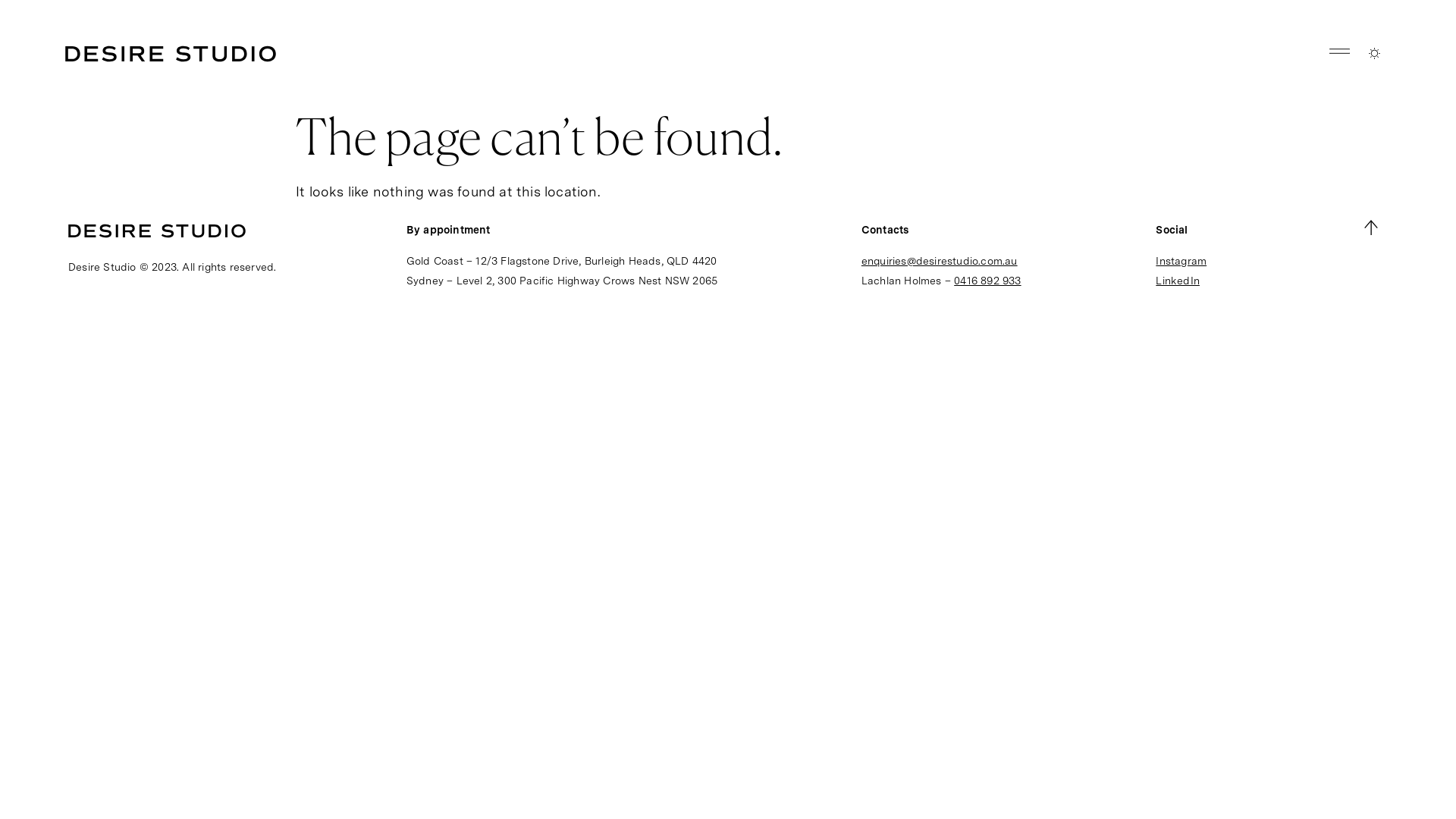 This screenshot has width=1456, height=819. Describe the element at coordinates (1180, 259) in the screenshot. I see `'Instagram'` at that location.